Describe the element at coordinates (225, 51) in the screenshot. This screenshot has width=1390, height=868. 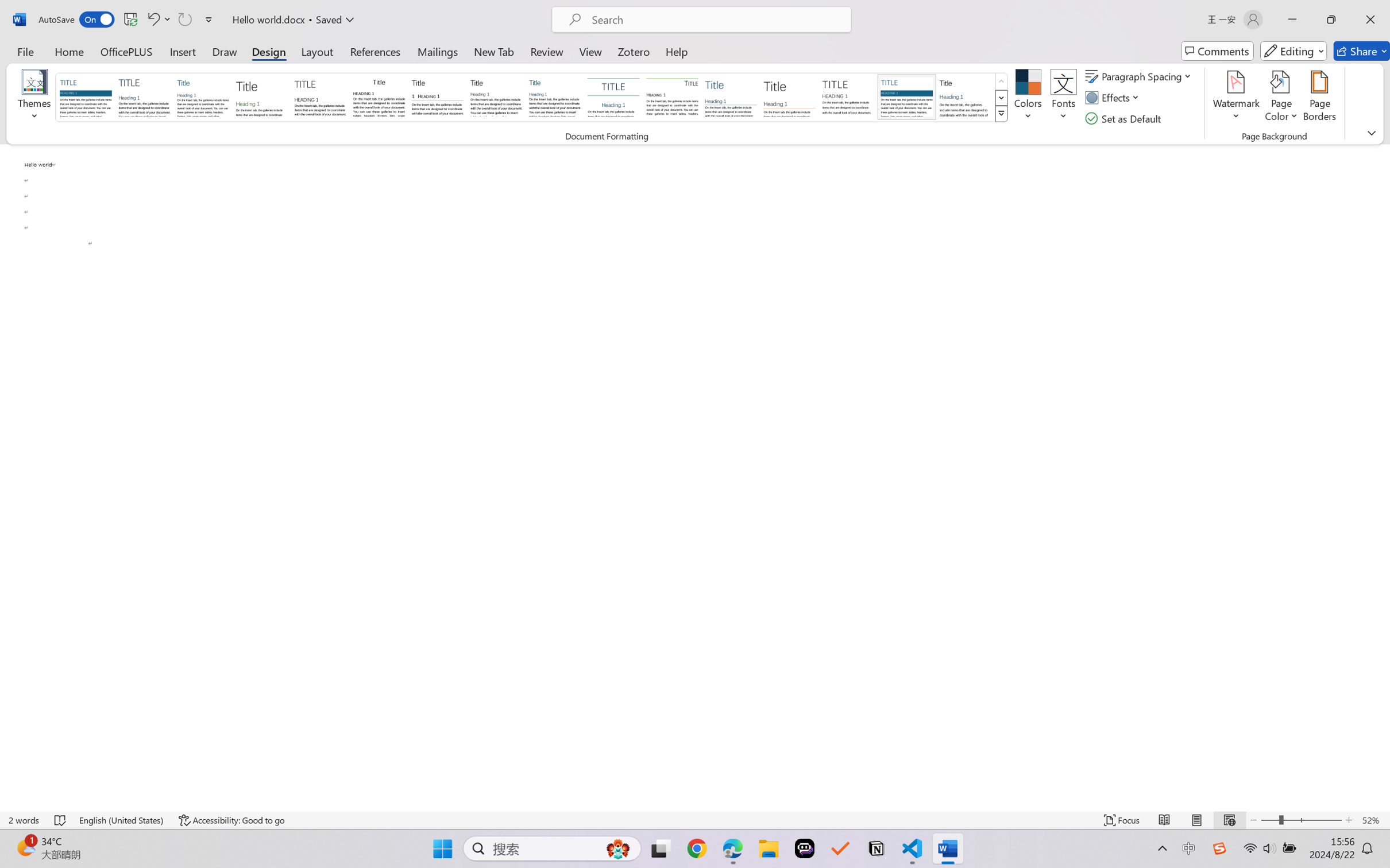
I see `'Draw'` at that location.